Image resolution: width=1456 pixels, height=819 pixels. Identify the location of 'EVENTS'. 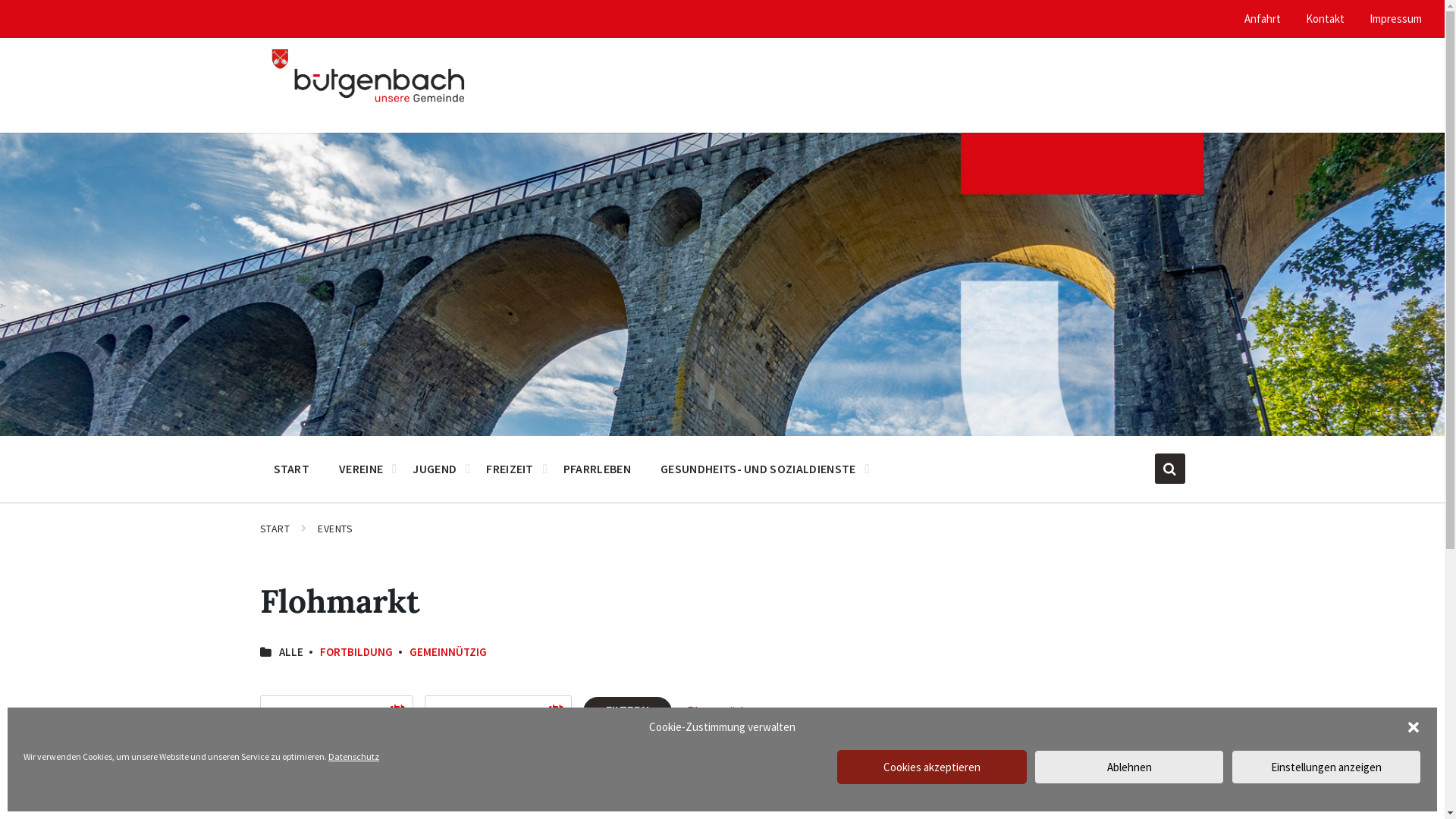
(334, 528).